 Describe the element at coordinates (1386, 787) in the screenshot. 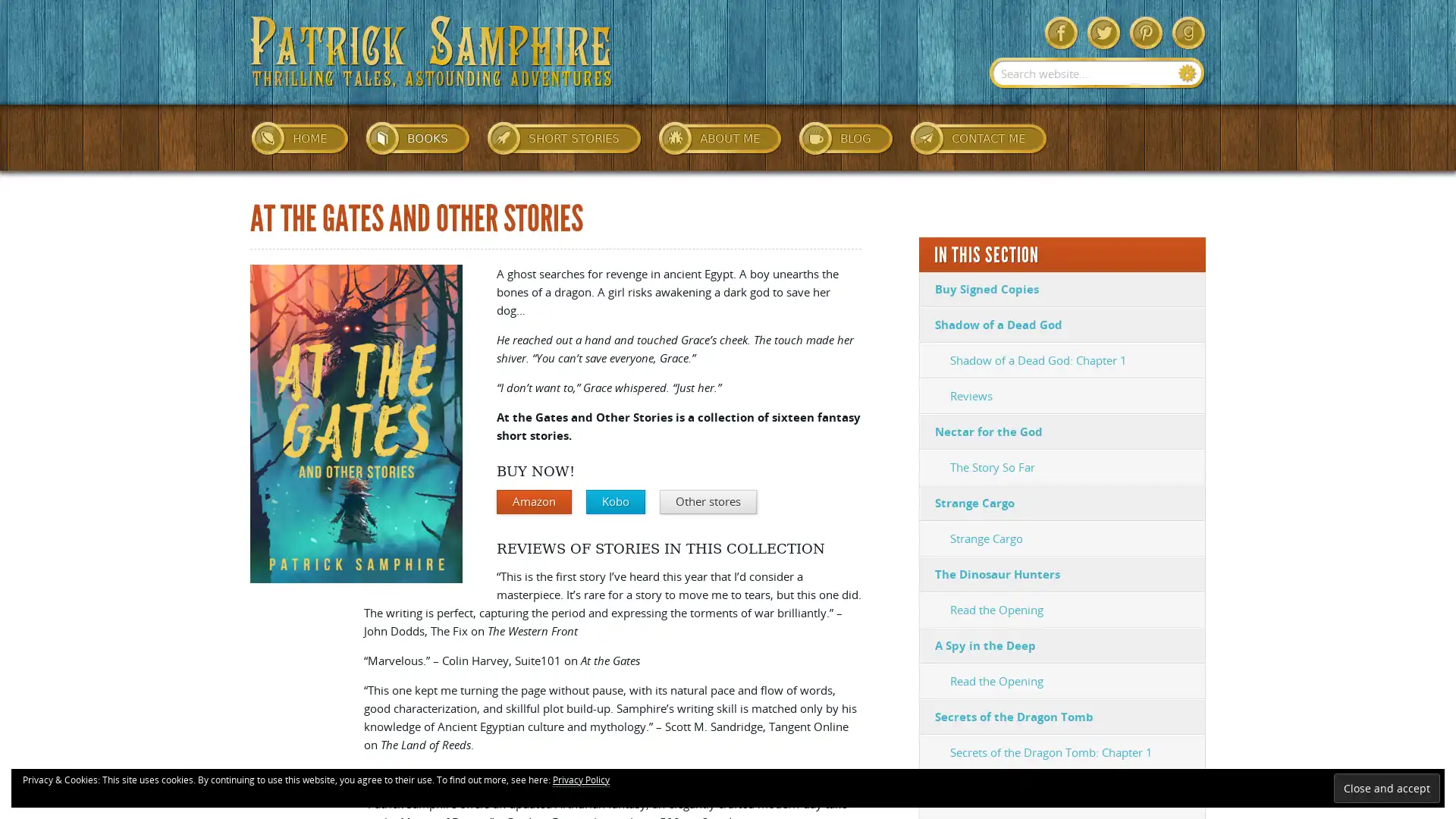

I see `Close and accept` at that location.